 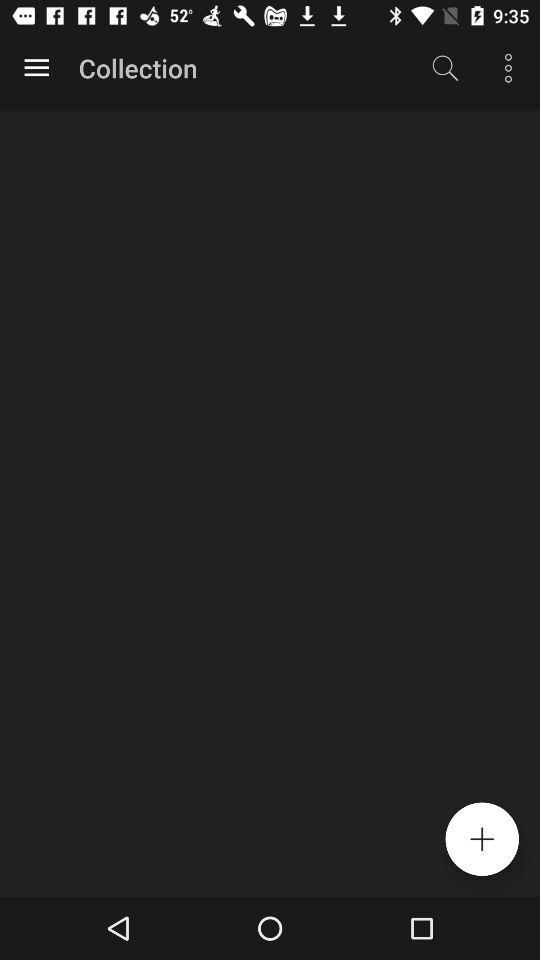 What do you see at coordinates (36, 68) in the screenshot?
I see `the collection option` at bounding box center [36, 68].